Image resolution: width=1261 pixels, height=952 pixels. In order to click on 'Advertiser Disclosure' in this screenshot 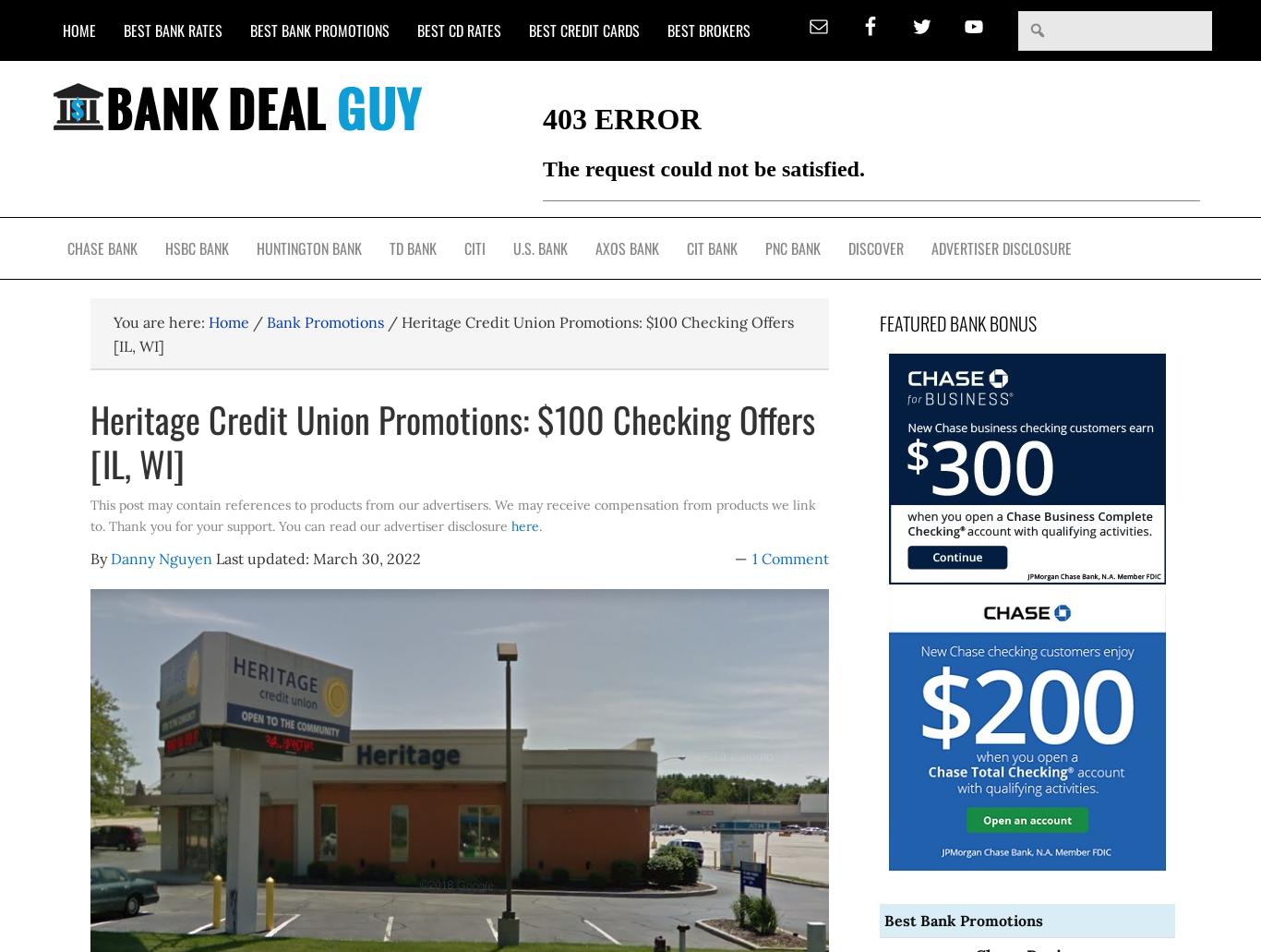, I will do `click(1001, 247)`.